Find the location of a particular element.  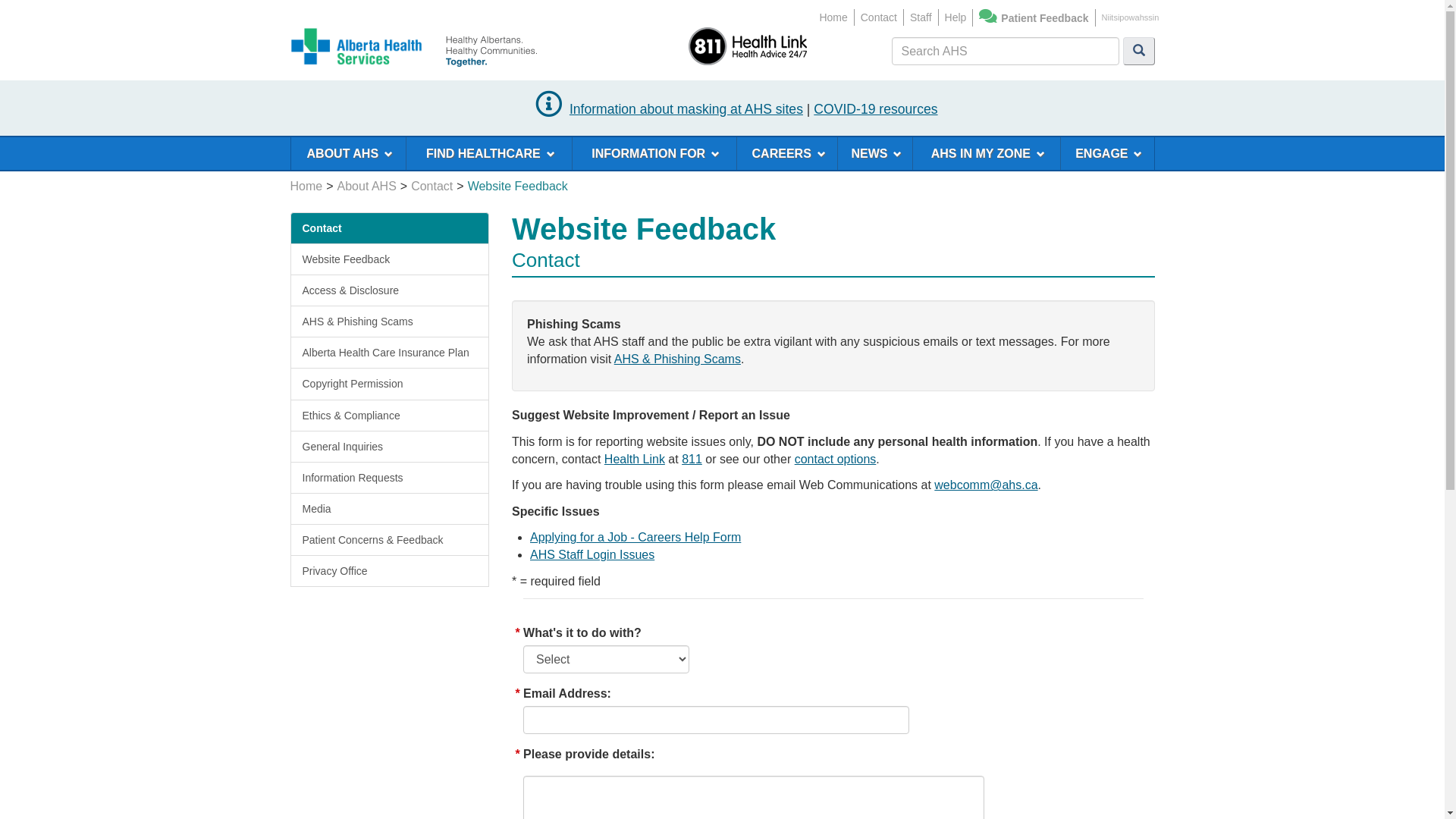

'About AHS' is located at coordinates (367, 185).